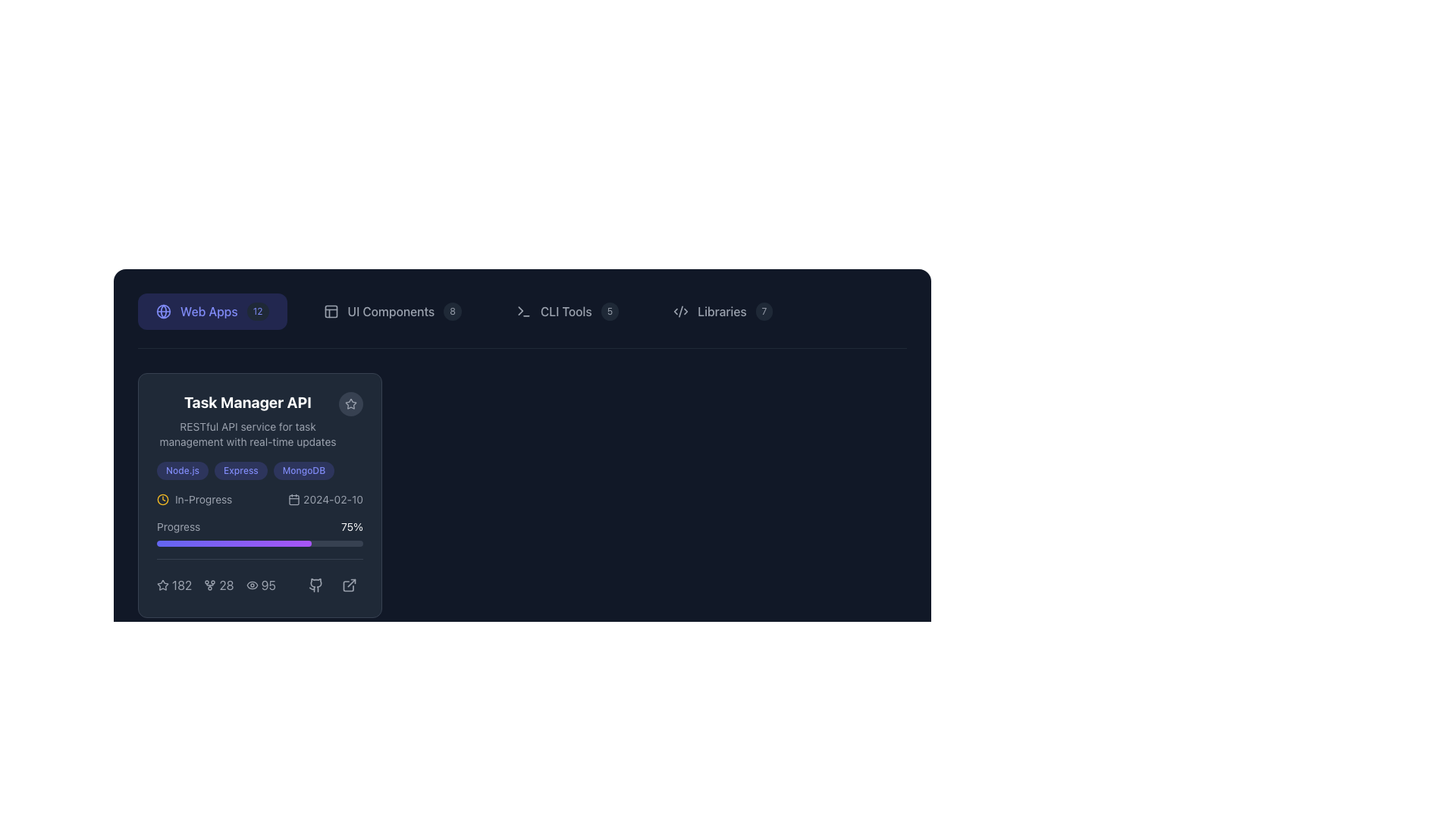 The image size is (1456, 819). I want to click on number of stars or likes displayed in the first icon-label pair located in the bottom-left corner of the 'Task Manager API' card on the main dashboard under 'Web Apps', so click(174, 584).